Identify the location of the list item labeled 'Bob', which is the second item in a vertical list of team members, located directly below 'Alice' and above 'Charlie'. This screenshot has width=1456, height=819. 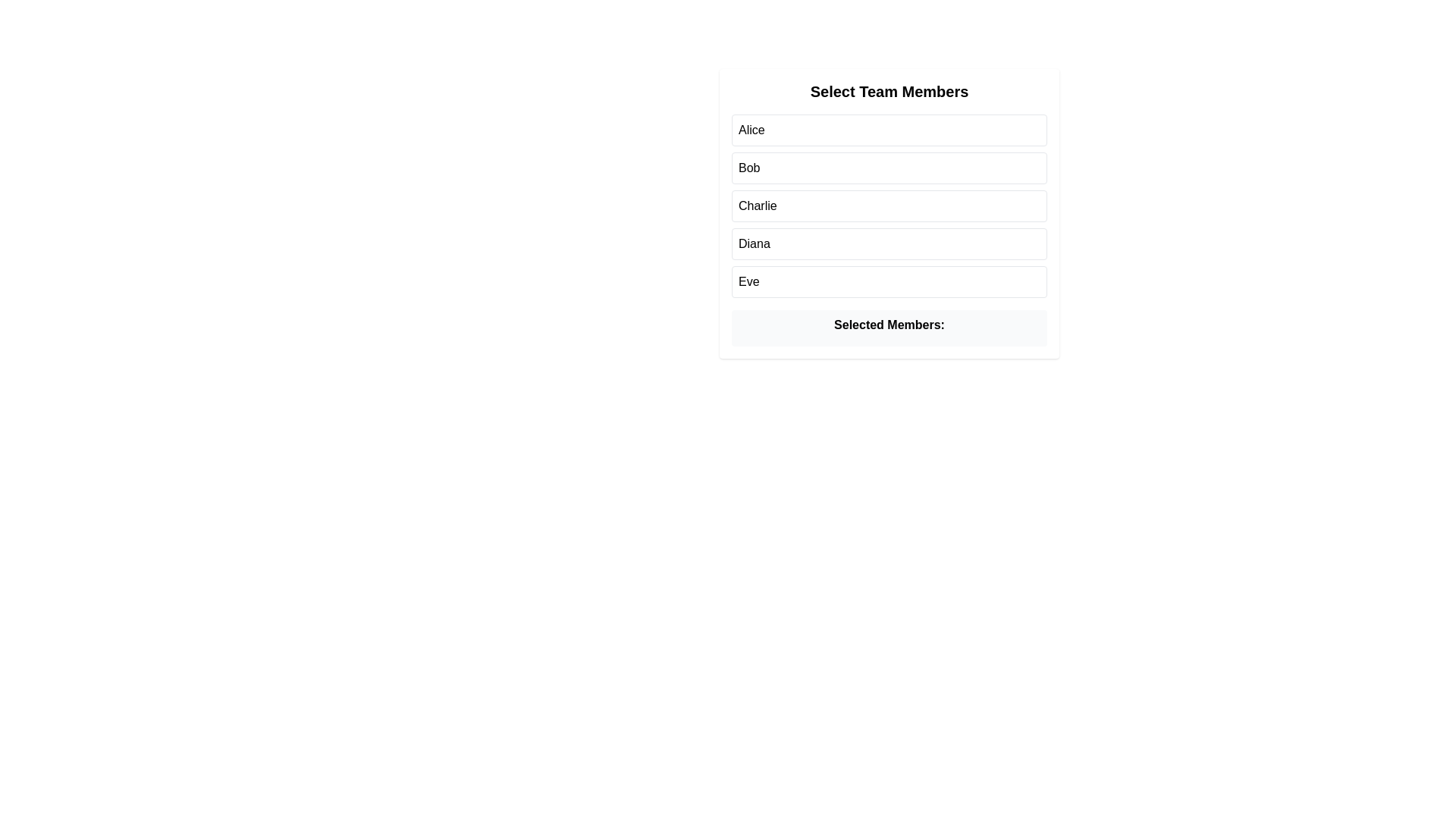
(889, 168).